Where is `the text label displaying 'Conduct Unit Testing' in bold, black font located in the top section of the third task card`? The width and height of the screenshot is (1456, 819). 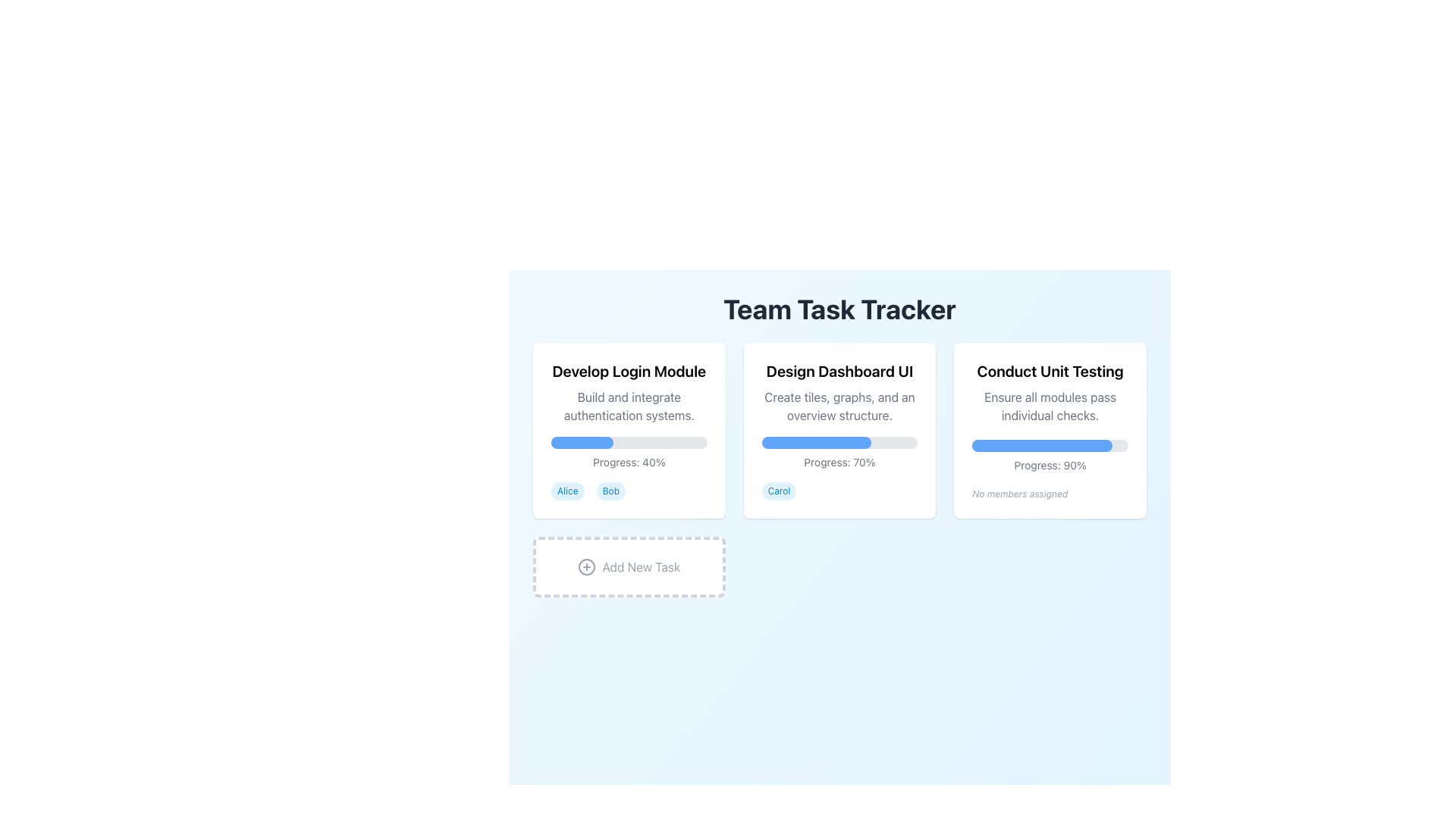 the text label displaying 'Conduct Unit Testing' in bold, black font located in the top section of the third task card is located at coordinates (1050, 371).